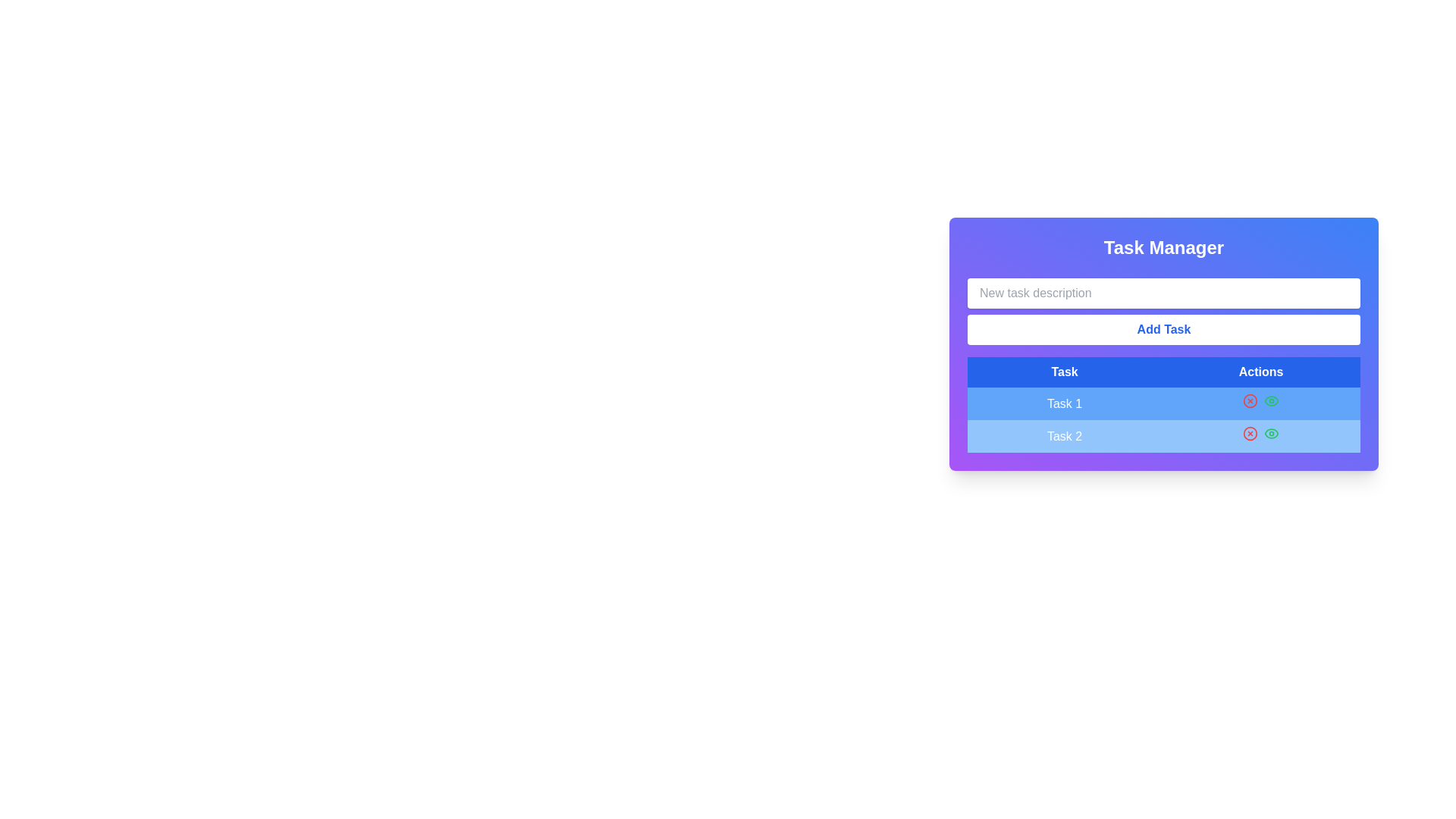 The width and height of the screenshot is (1456, 819). What do you see at coordinates (1163, 420) in the screenshot?
I see `the task labels 'Task 1' and 'Task 2' in the interactive list/table of tasks` at bounding box center [1163, 420].